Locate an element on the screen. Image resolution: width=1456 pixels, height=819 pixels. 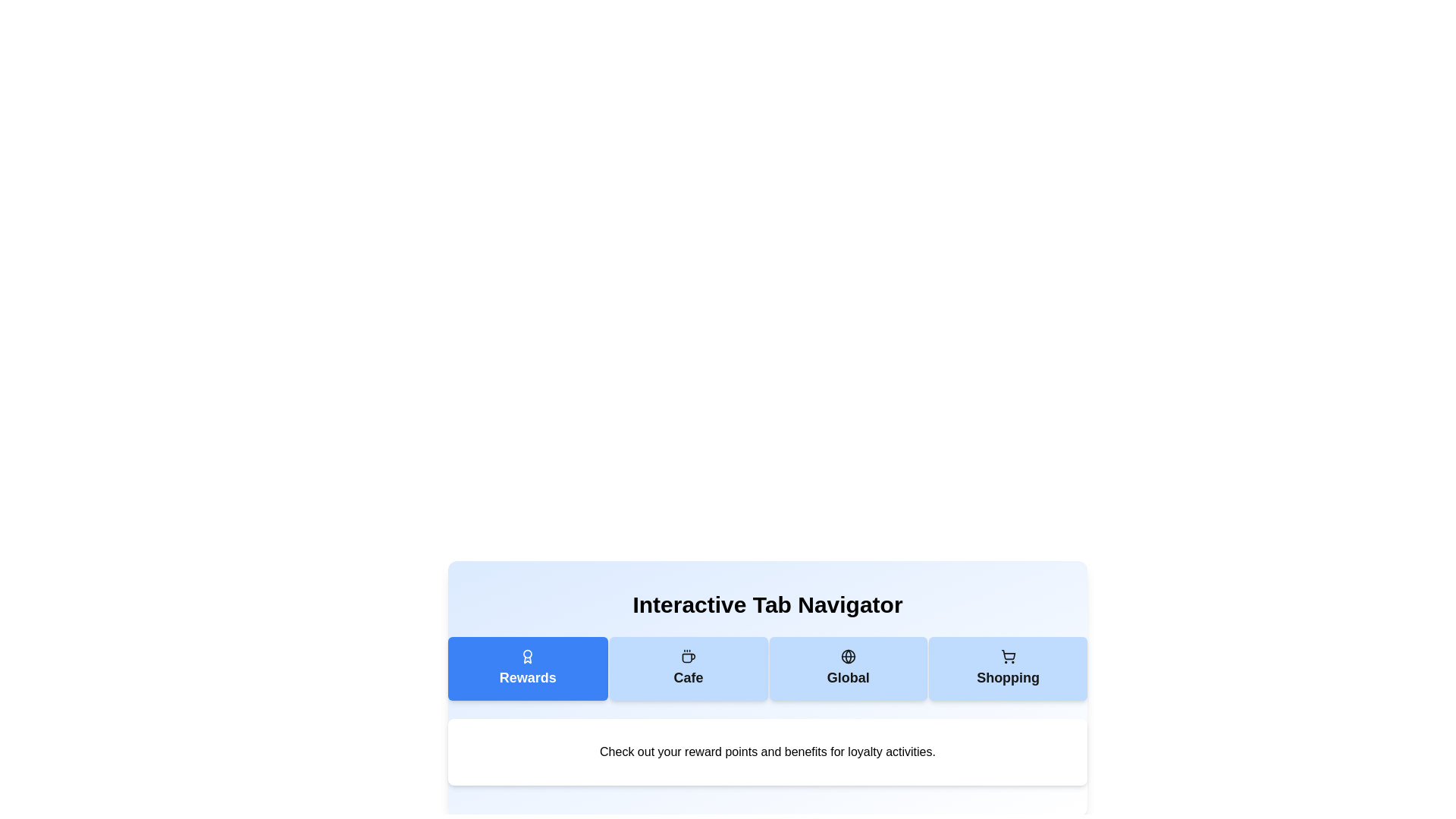
the tab labeled Rewards is located at coordinates (528, 668).